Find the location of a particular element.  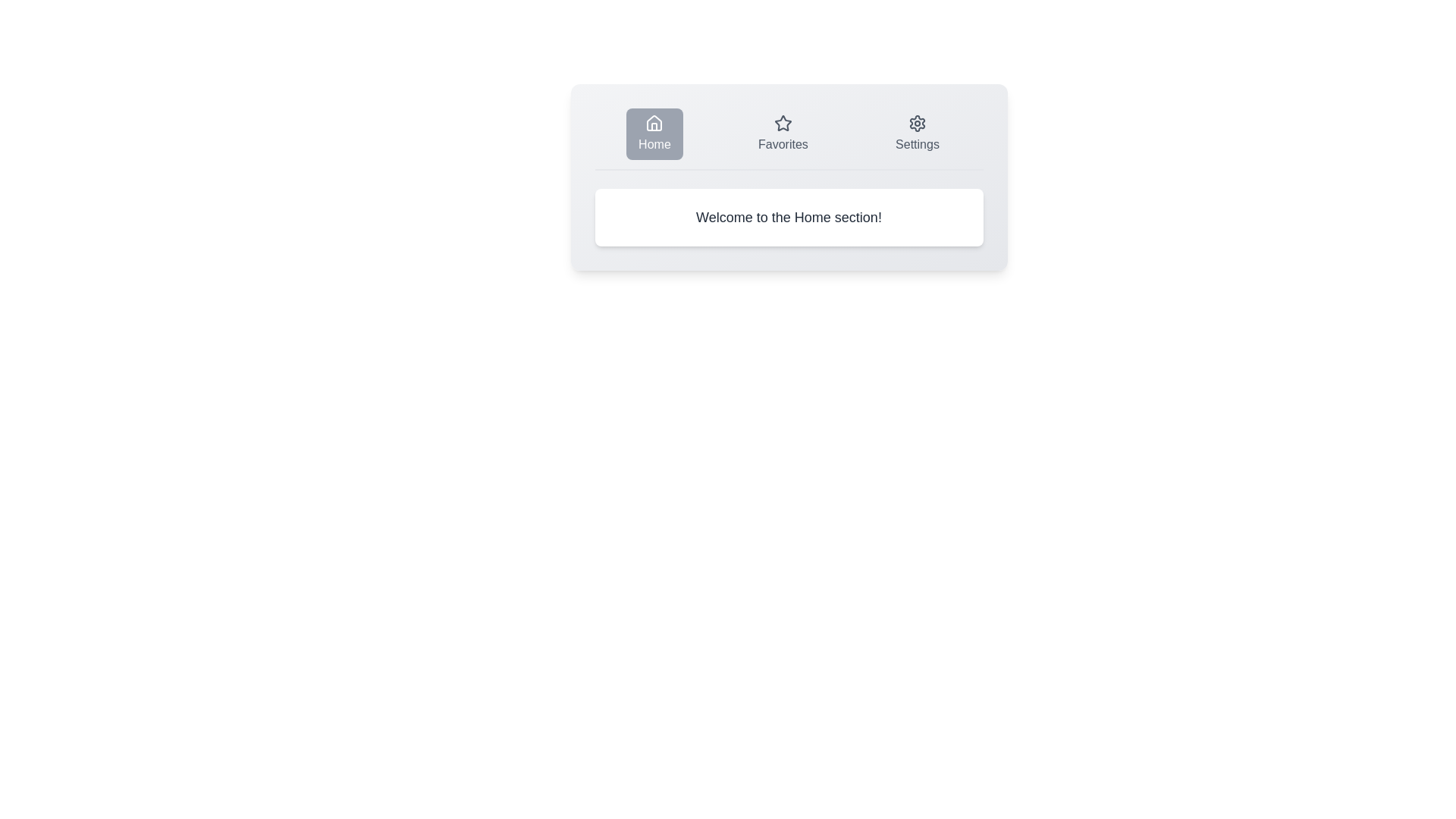

the tab labeled Home to view its content is located at coordinates (654, 133).